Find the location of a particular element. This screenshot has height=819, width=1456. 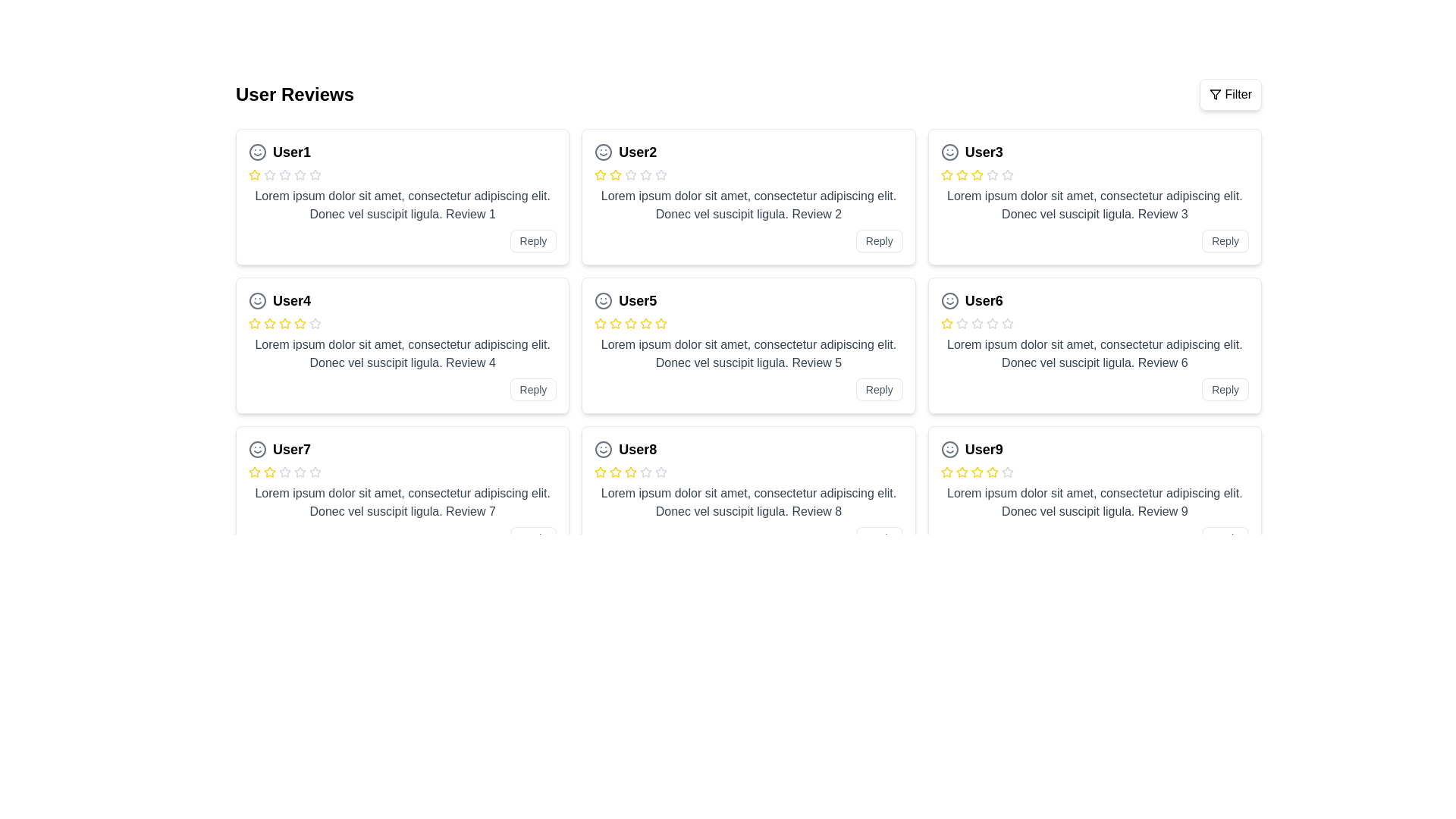

the 'Reply' button in the bottom-right corner of the third review card for 'User3' to change its background is located at coordinates (1225, 240).